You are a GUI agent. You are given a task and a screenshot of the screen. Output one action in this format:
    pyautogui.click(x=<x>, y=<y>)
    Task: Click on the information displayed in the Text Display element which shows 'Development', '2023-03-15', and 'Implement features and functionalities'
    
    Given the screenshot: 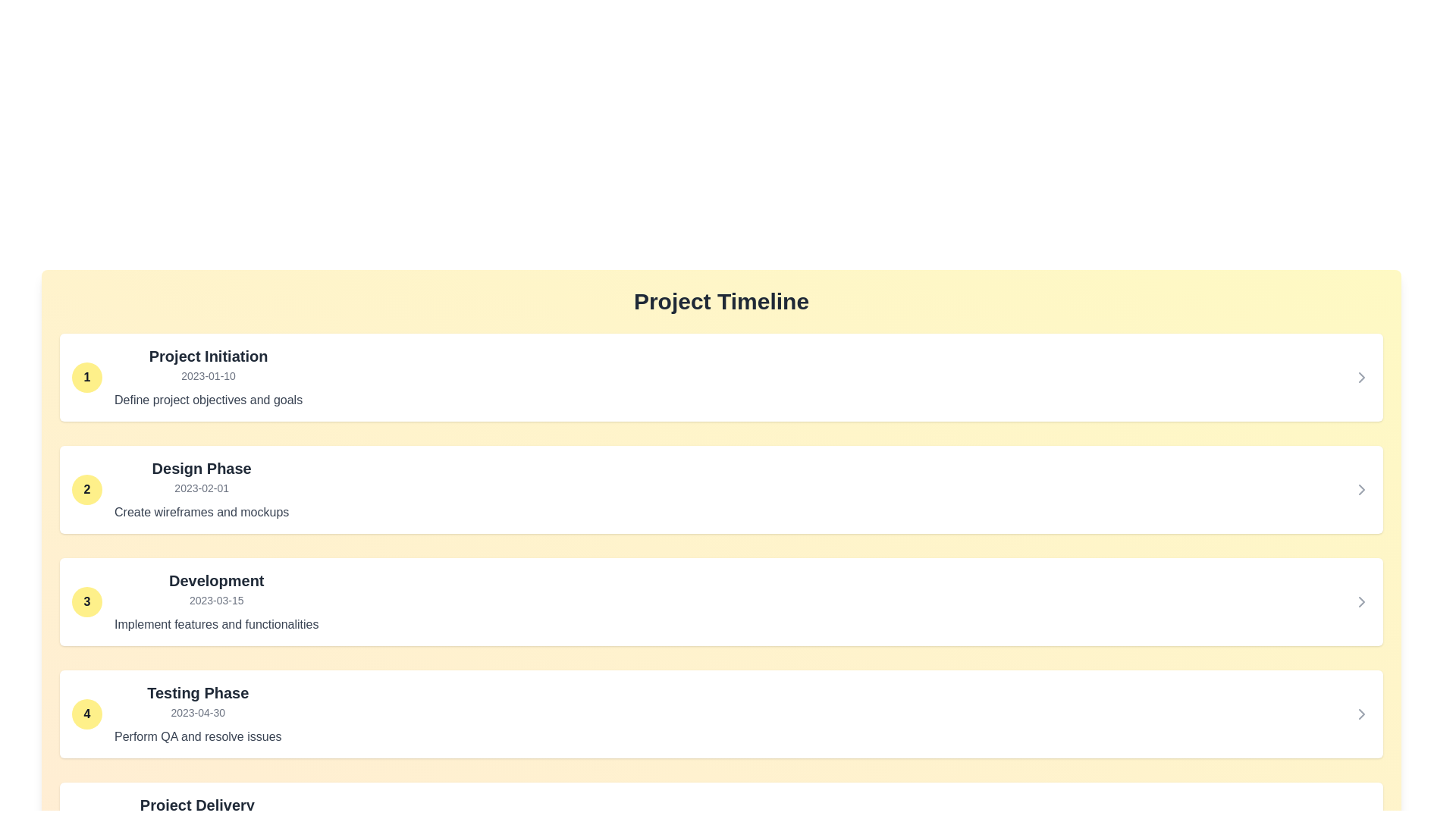 What is the action you would take?
    pyautogui.click(x=215, y=601)
    